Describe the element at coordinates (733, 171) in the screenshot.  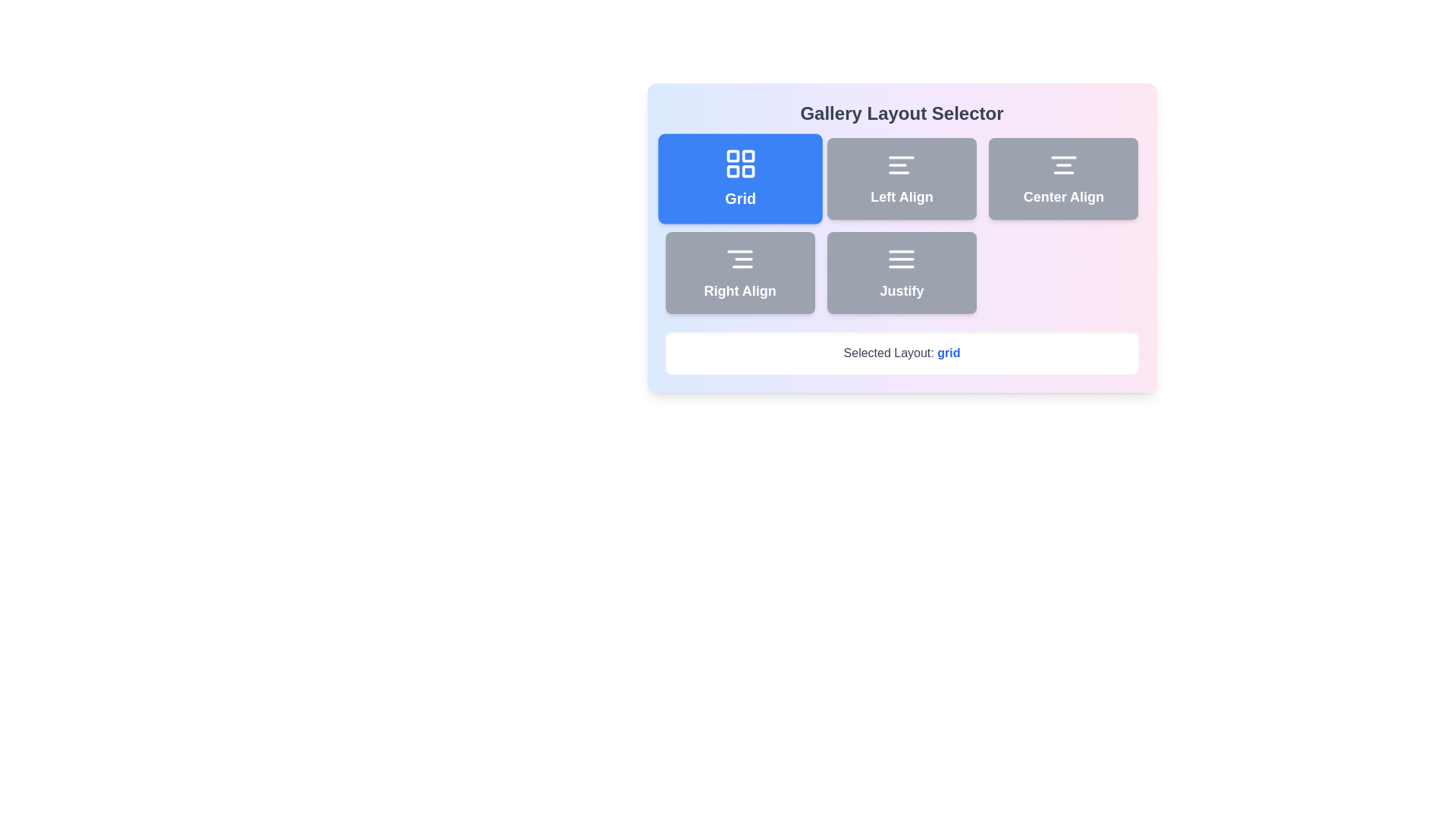
I see `the bottom-left square of the 2x2 grid layout within the 'Grid' icon located in the top-left corner of the layout selector` at that location.